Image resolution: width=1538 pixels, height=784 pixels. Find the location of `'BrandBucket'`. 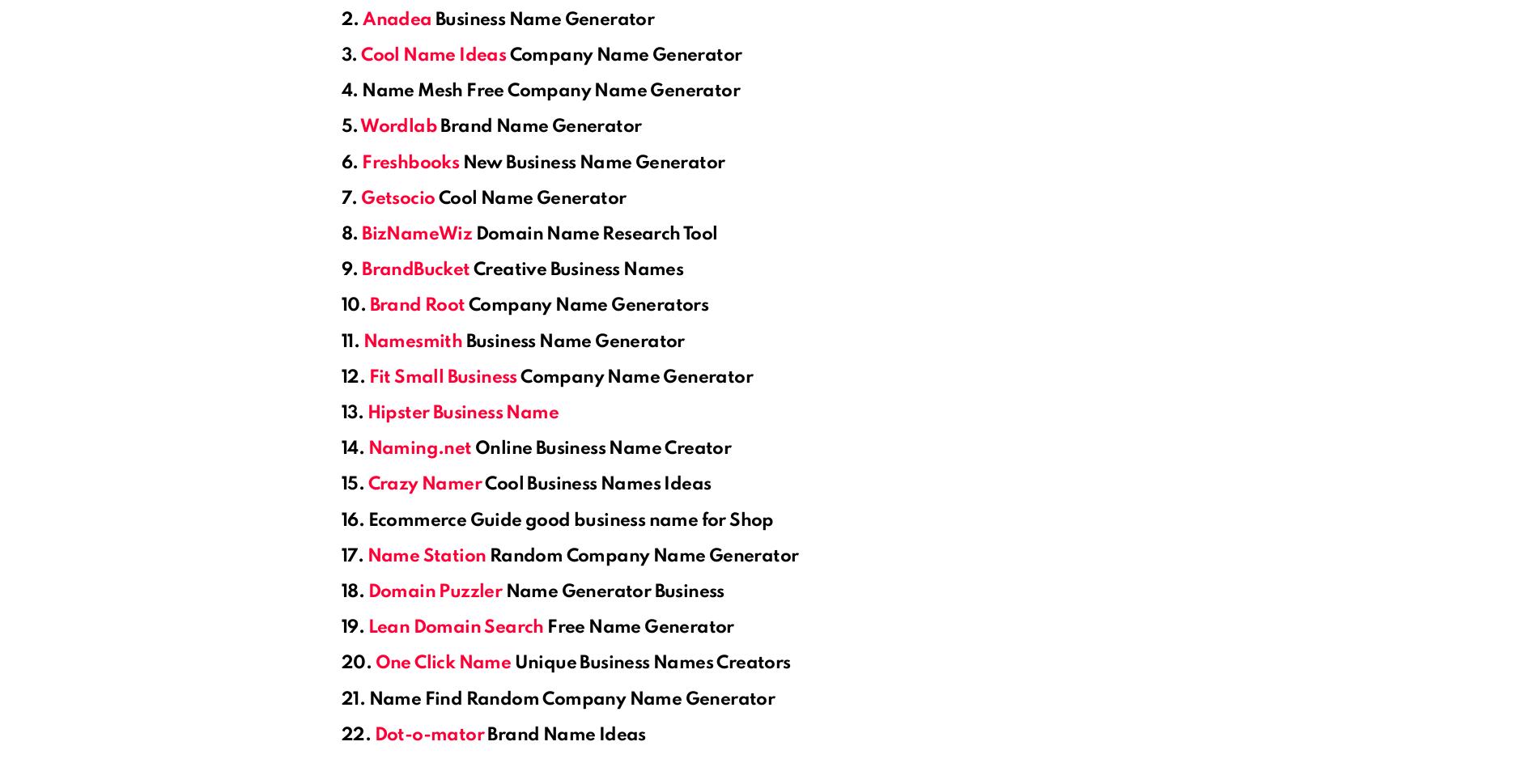

'BrandBucket' is located at coordinates (415, 269).